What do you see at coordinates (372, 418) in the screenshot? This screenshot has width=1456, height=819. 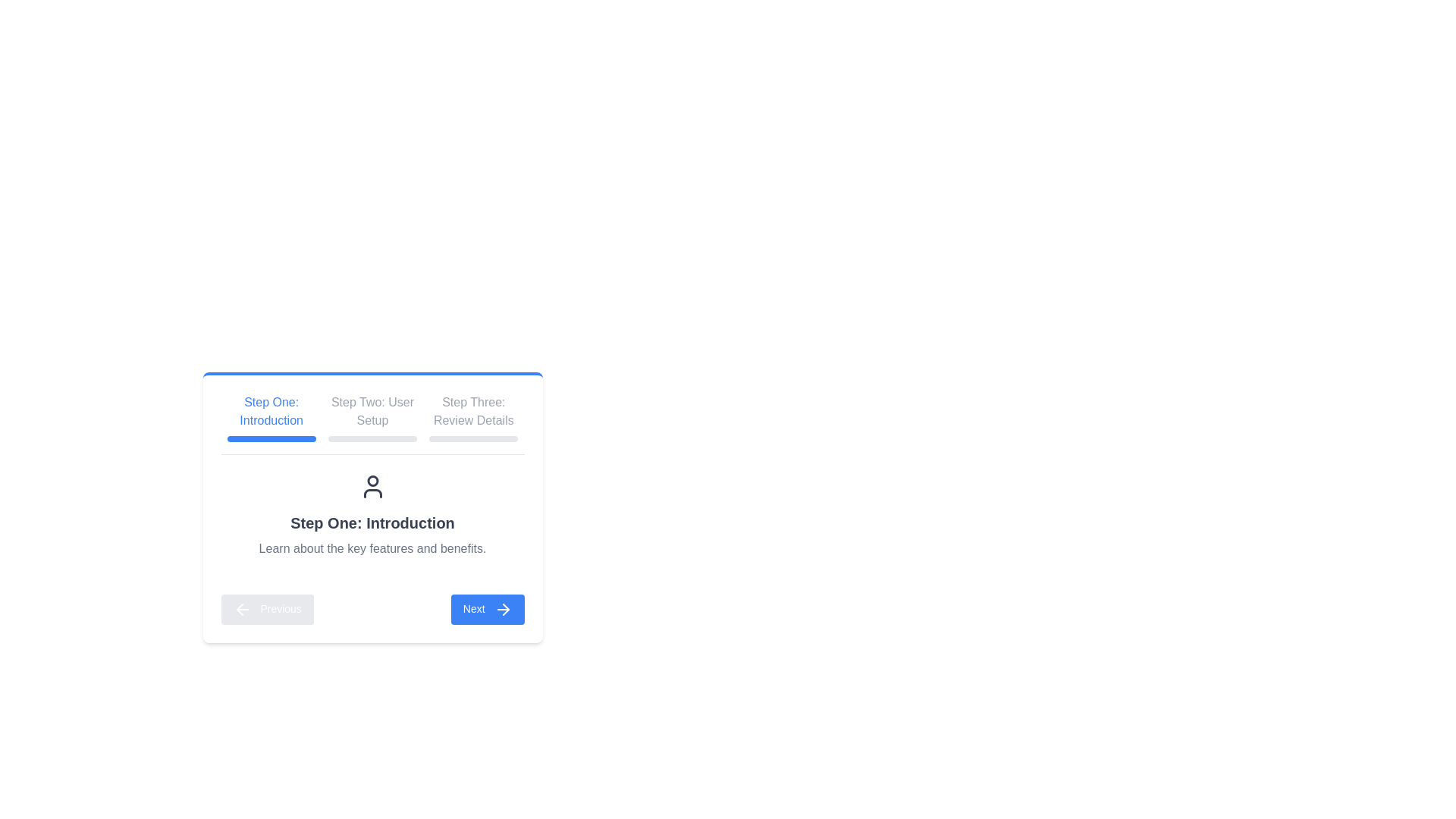 I see `the second step indicator label that shows the current or upcoming step in the process` at bounding box center [372, 418].